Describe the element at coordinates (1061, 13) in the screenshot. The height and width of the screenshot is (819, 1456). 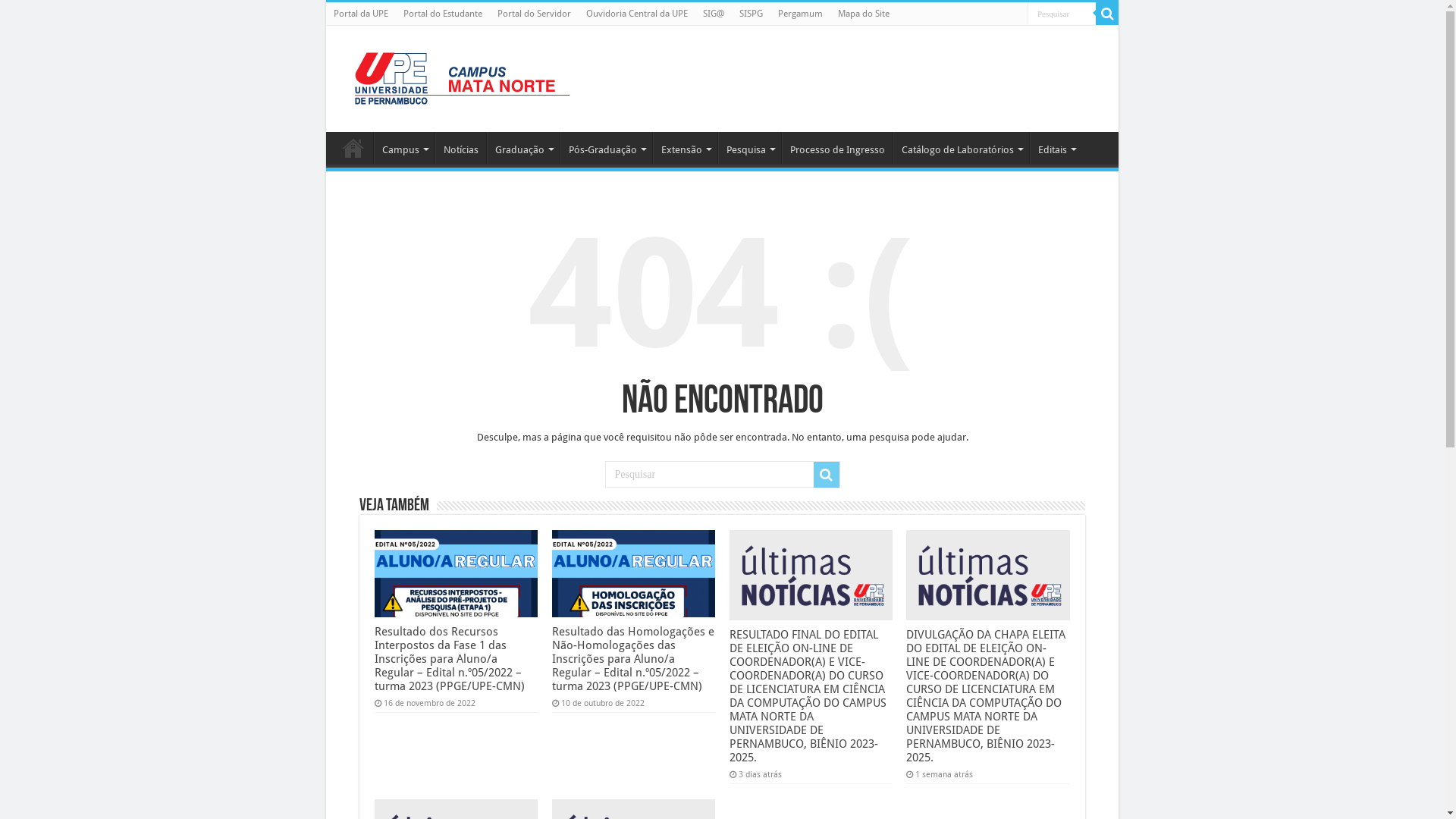
I see `'Pesquisar'` at that location.